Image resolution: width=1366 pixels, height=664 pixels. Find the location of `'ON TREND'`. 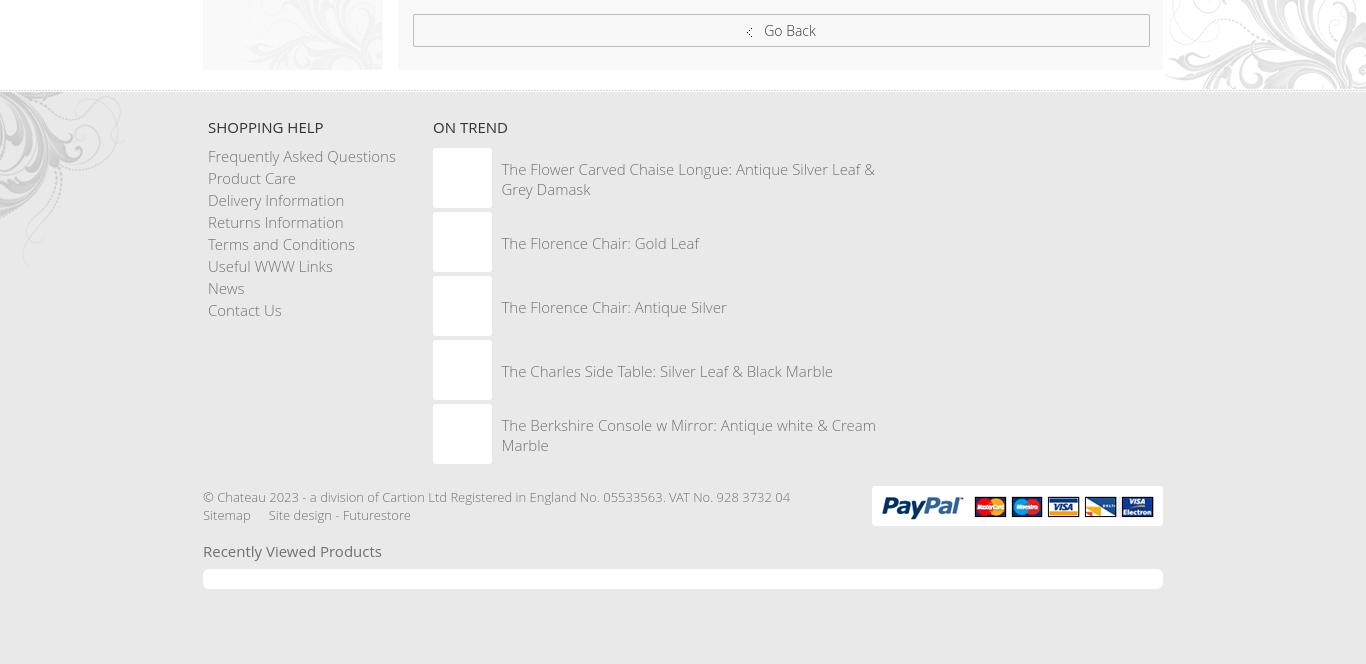

'ON TREND' is located at coordinates (470, 126).